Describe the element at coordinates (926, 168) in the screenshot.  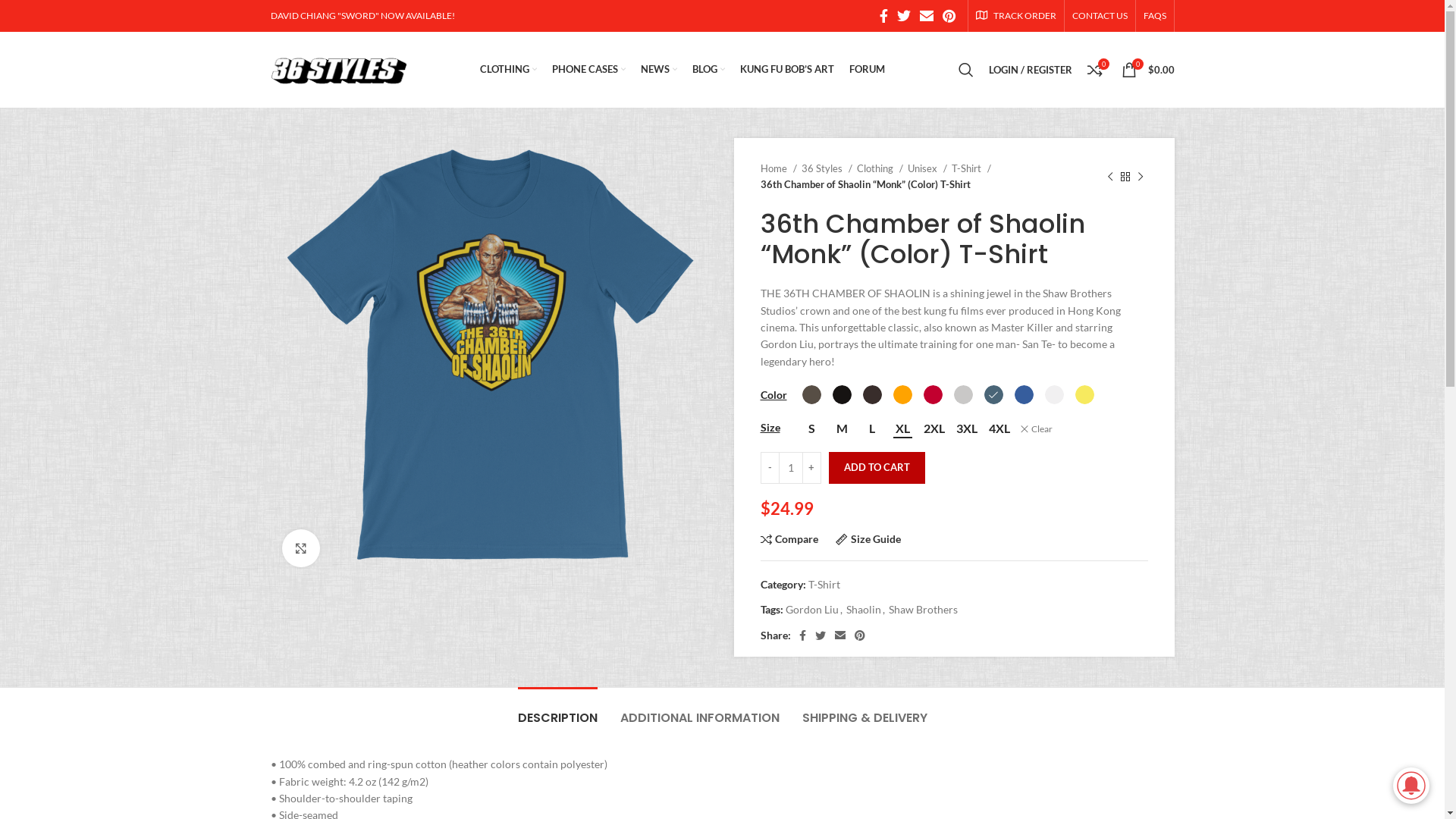
I see `'Unisex'` at that location.